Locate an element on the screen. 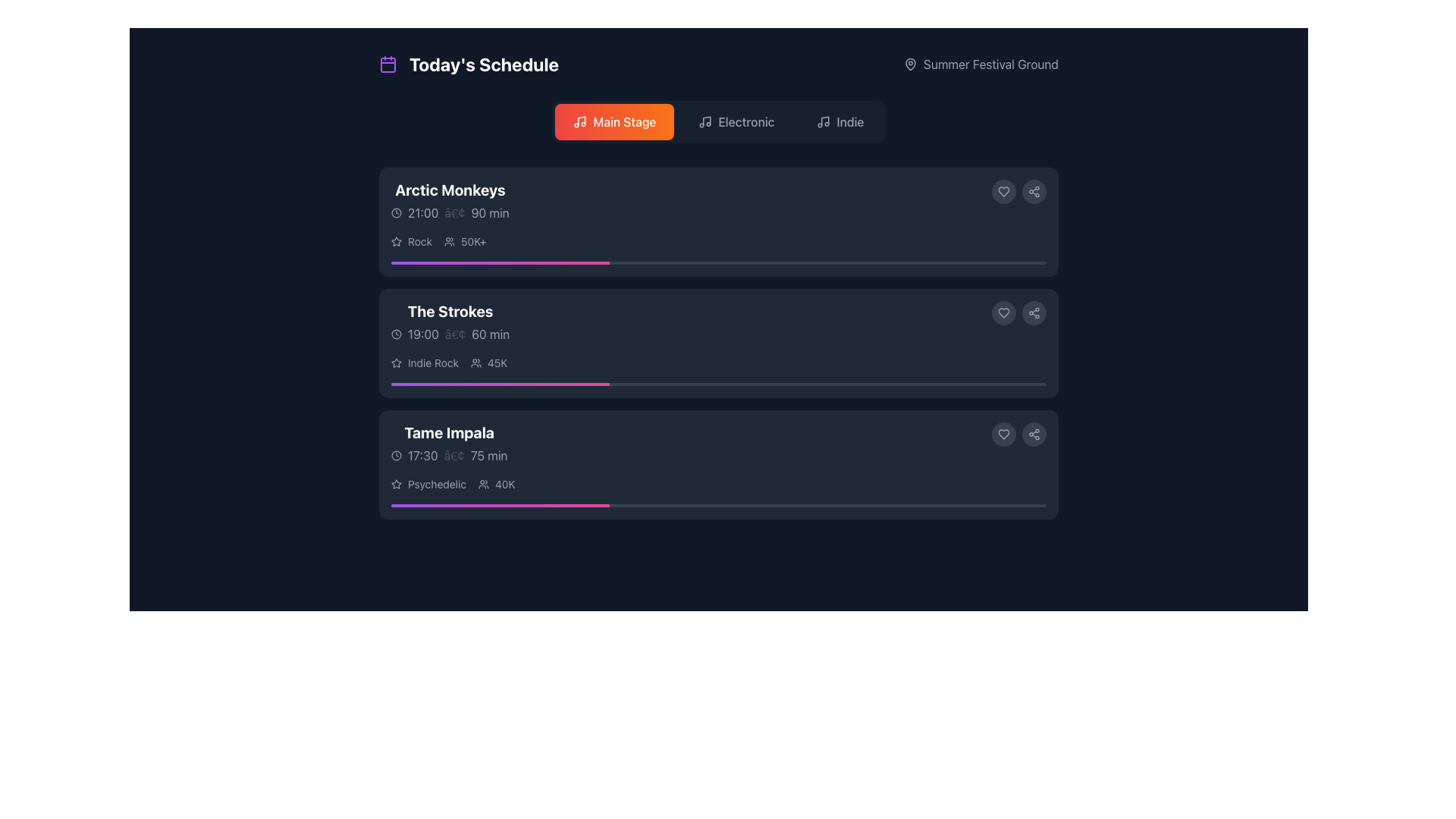 The image size is (1456, 819). the progress level of the progress bar segment located beneath the event listing for 'Tame Impala', which indicates the progression in an event or task is located at coordinates (500, 506).